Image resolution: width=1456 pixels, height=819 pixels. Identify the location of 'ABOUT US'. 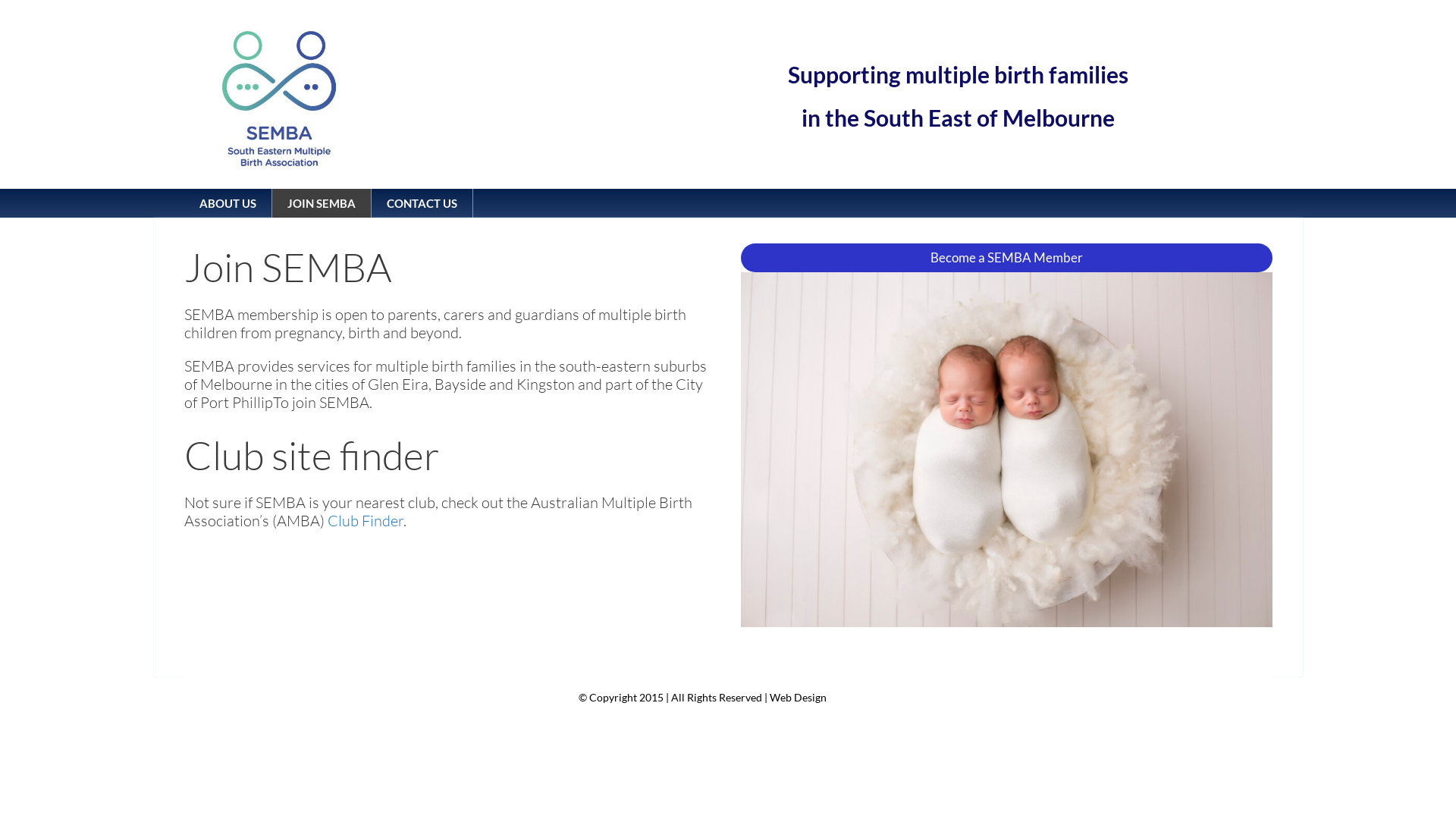
(226, 202).